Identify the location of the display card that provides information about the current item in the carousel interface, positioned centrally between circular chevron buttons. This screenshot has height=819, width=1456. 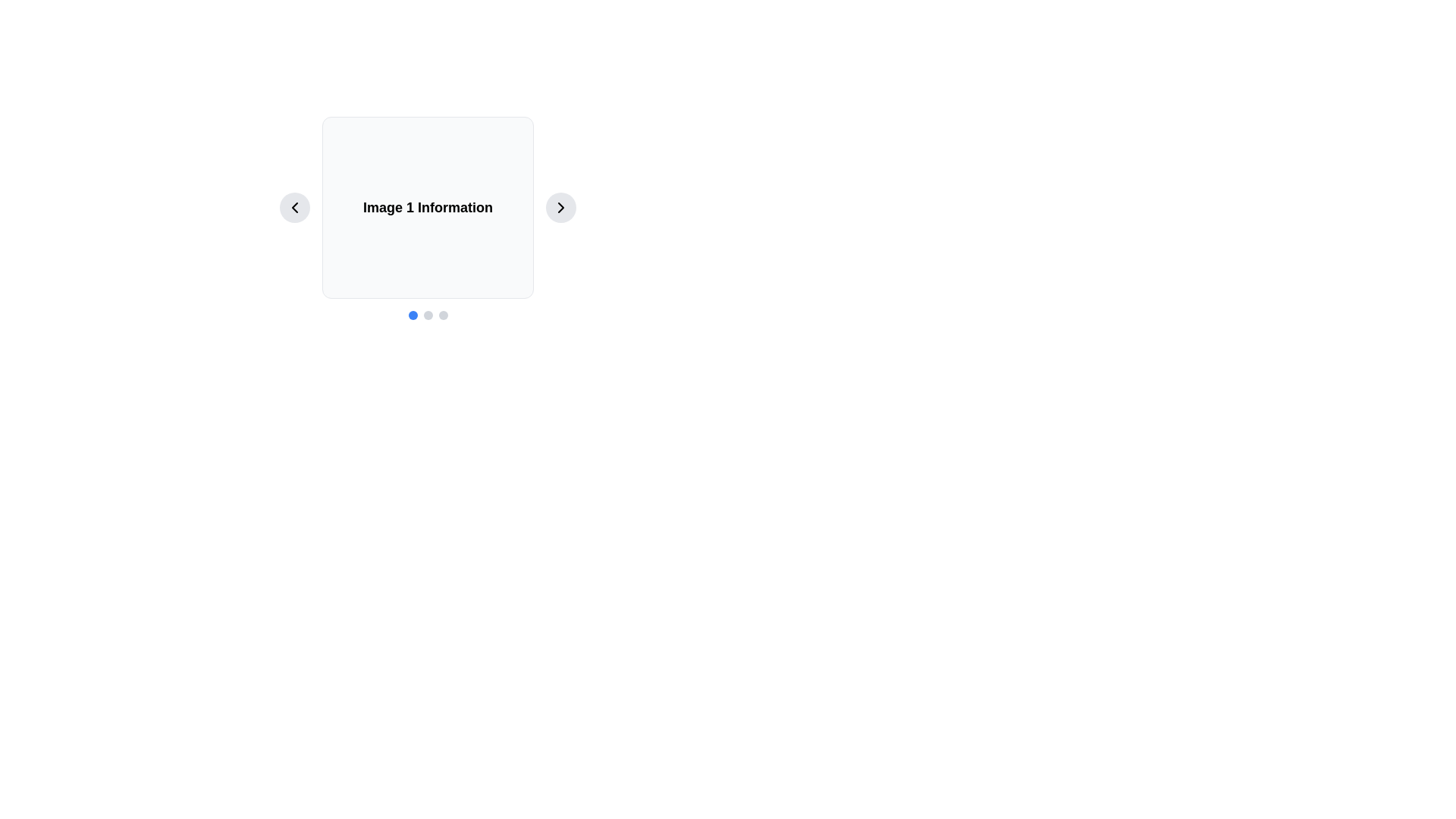
(427, 207).